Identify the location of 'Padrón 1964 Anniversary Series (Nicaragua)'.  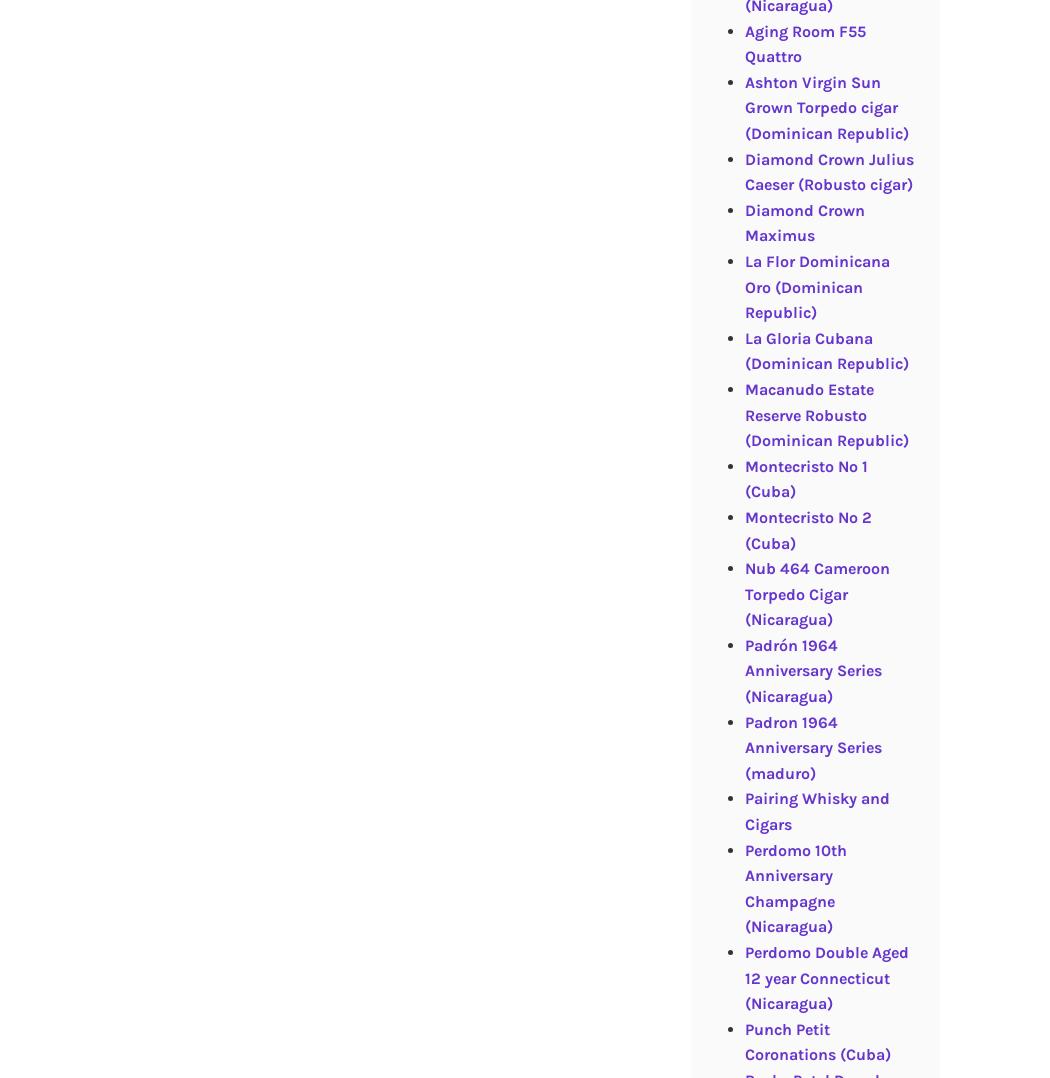
(811, 670).